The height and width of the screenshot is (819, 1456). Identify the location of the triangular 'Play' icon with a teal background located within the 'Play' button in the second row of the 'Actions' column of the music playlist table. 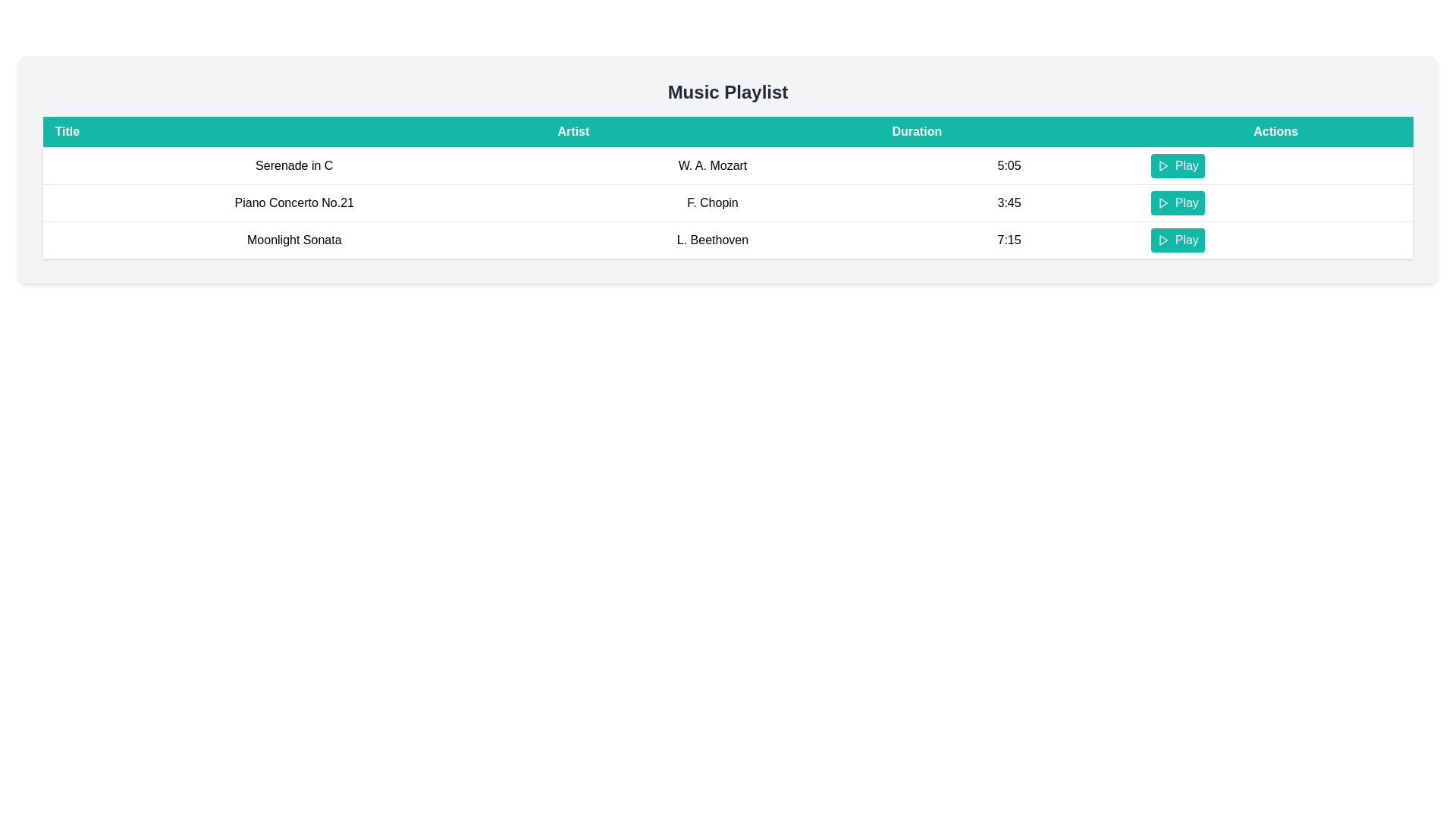
(1162, 202).